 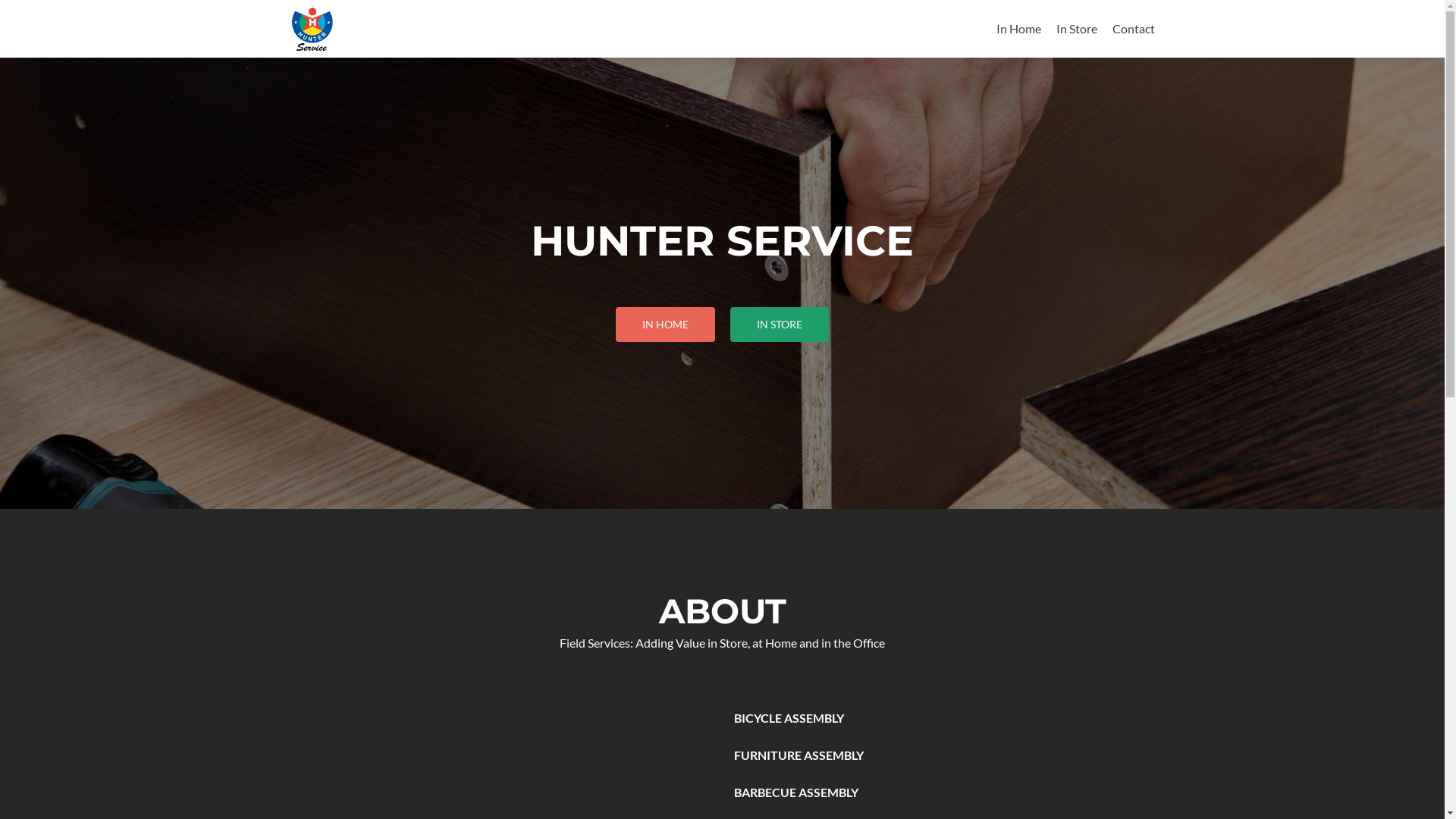 What do you see at coordinates (665, 324) in the screenshot?
I see `'IN HOME'` at bounding box center [665, 324].